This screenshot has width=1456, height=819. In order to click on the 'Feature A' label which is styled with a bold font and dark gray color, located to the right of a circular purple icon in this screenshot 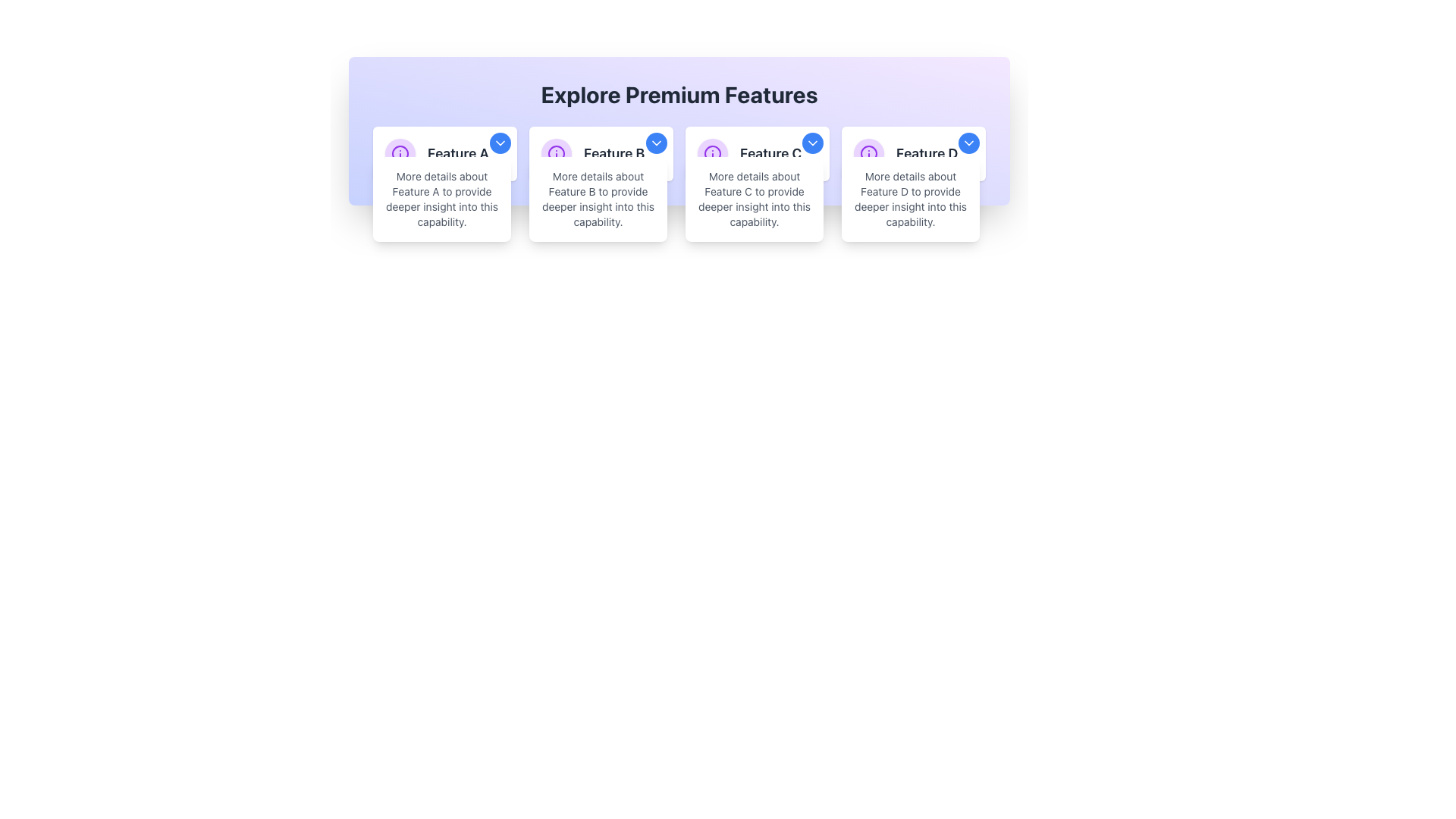, I will do `click(457, 154)`.